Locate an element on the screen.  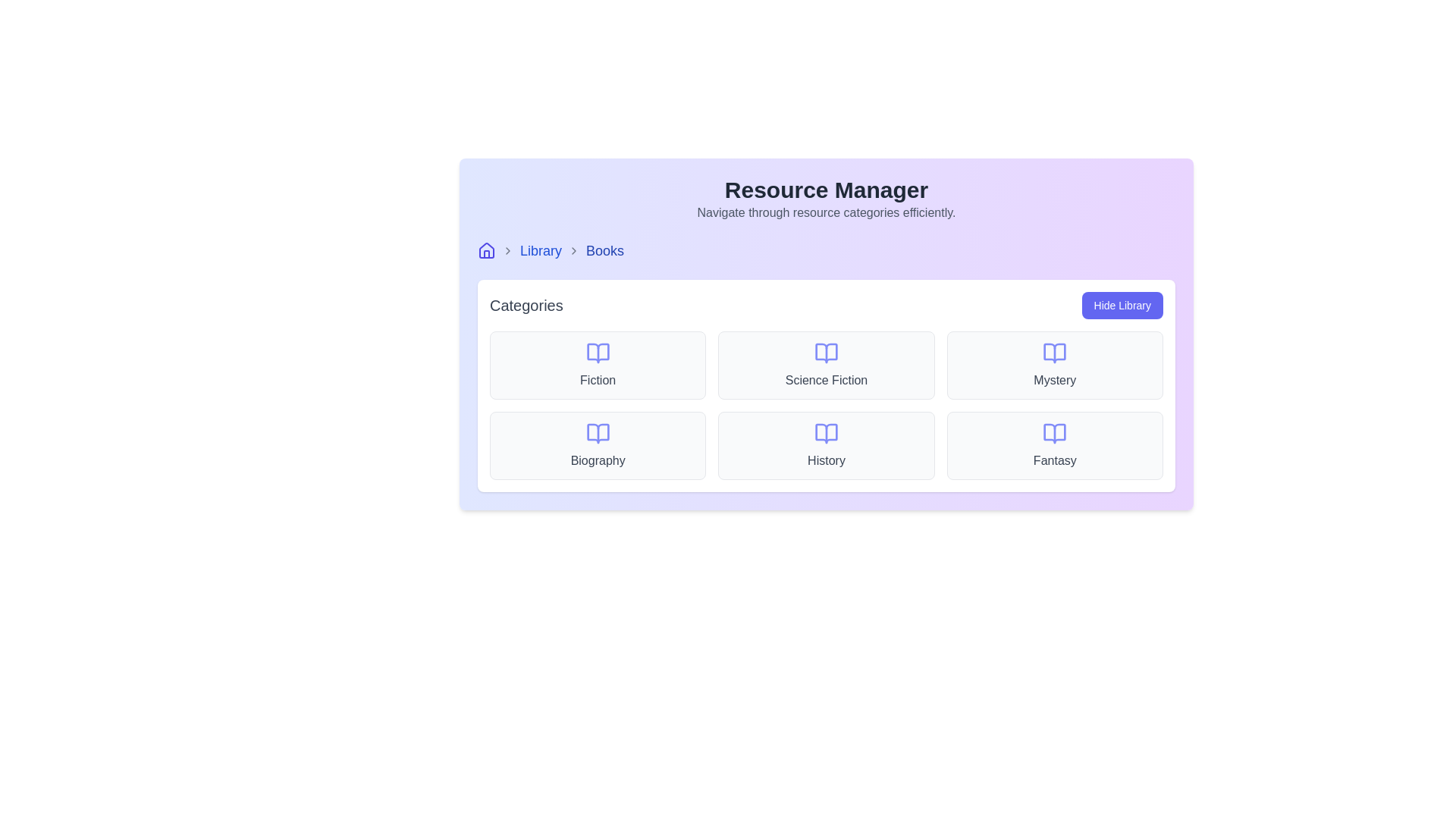
the 'Fantasy' category icon, which is centrally located above the label text 'Fantasy' in the bottom row of the categories grid is located at coordinates (1054, 433).